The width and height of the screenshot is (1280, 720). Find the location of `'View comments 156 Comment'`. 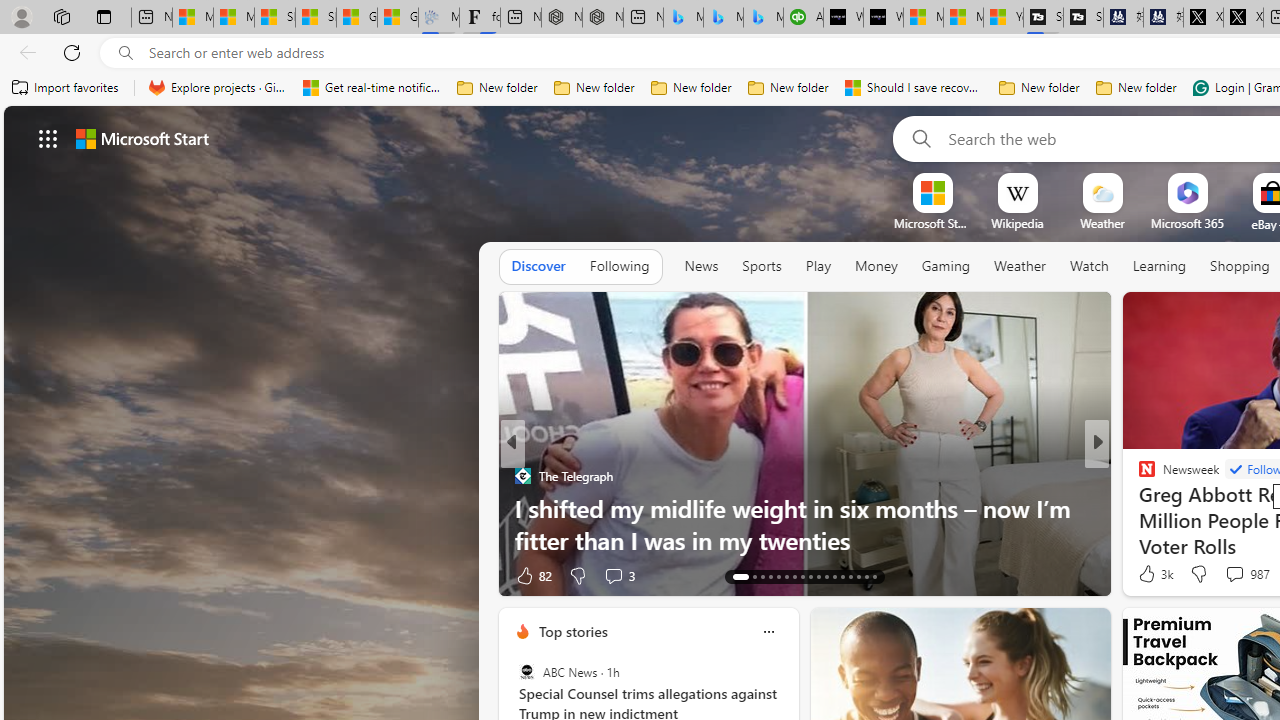

'View comments 156 Comment' is located at coordinates (1234, 575).